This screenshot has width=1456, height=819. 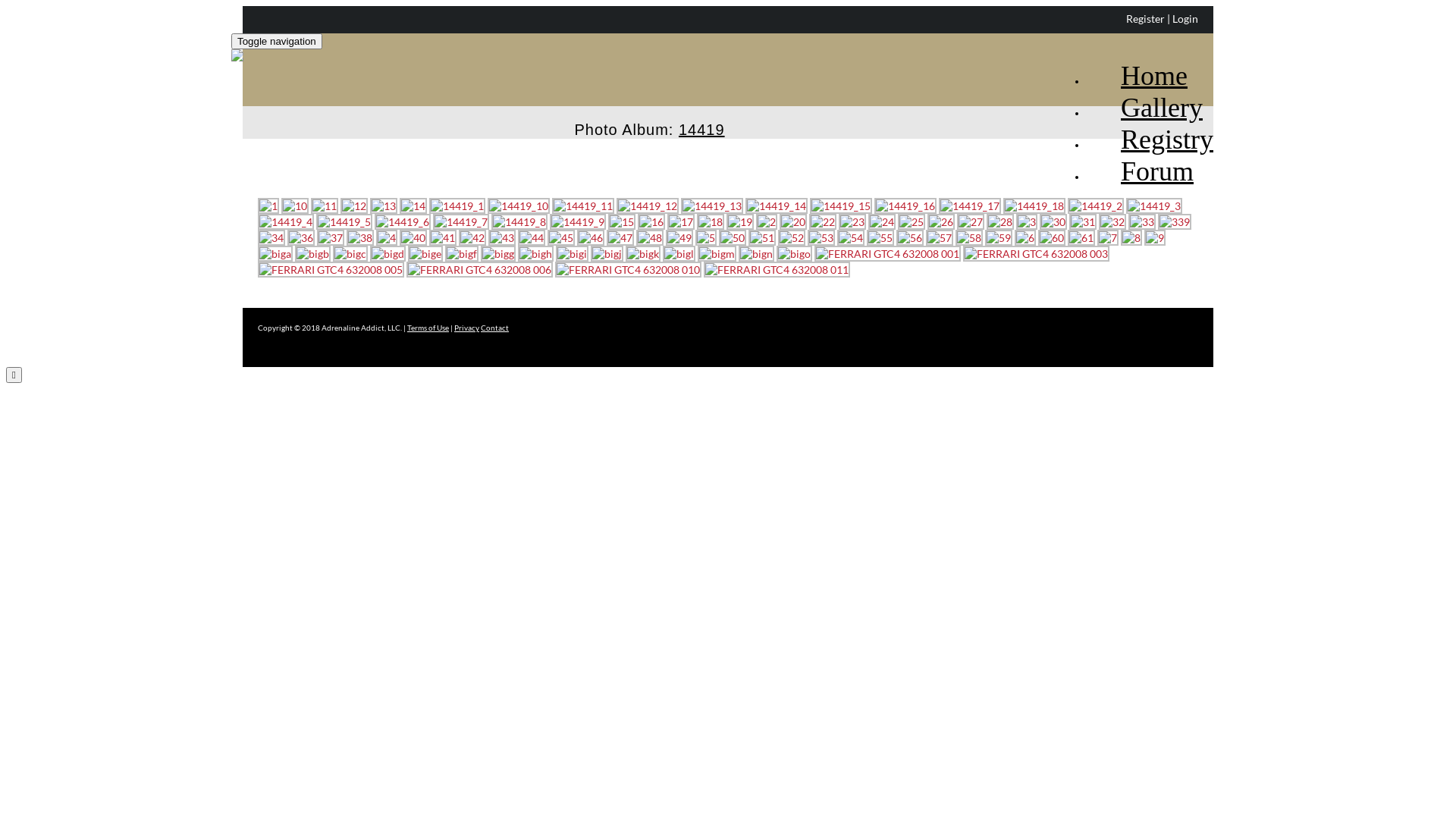 I want to click on 'bigo (click to enlarge)', so click(x=793, y=253).